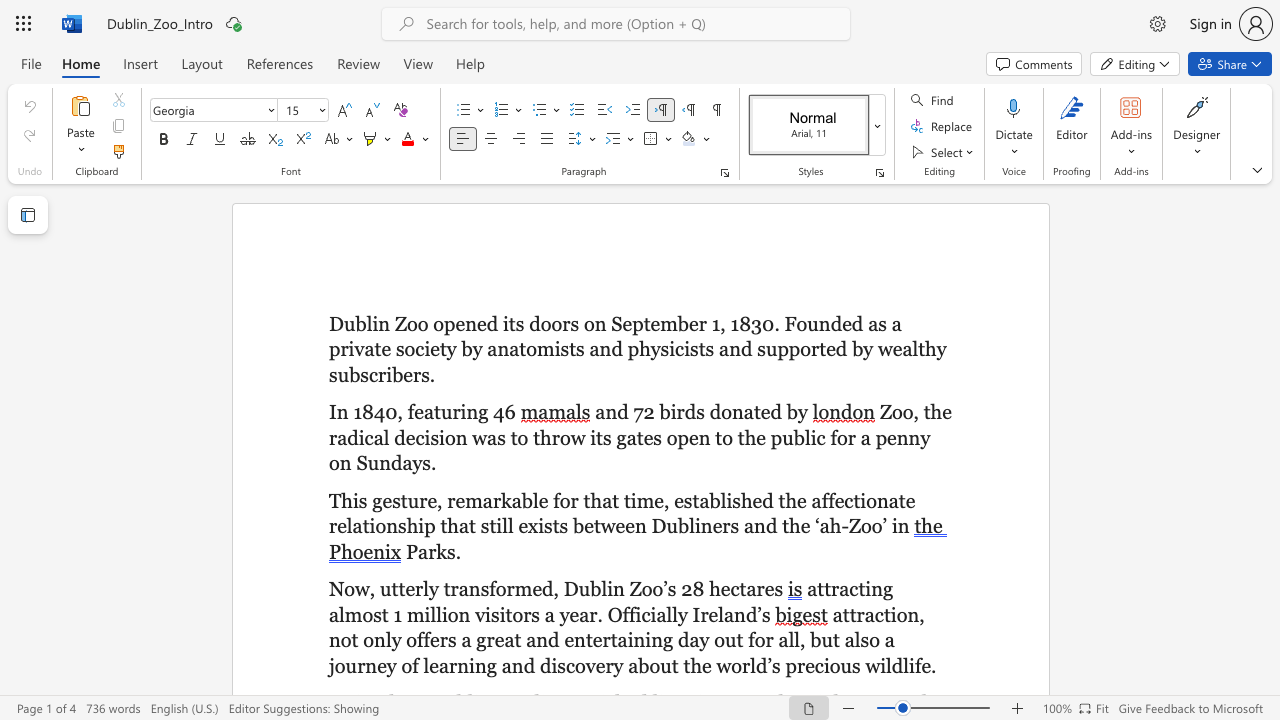 This screenshot has width=1280, height=720. I want to click on the subset text "ture, remarkable for tha" within the text "This gesture, remarkable for that time,", so click(400, 499).